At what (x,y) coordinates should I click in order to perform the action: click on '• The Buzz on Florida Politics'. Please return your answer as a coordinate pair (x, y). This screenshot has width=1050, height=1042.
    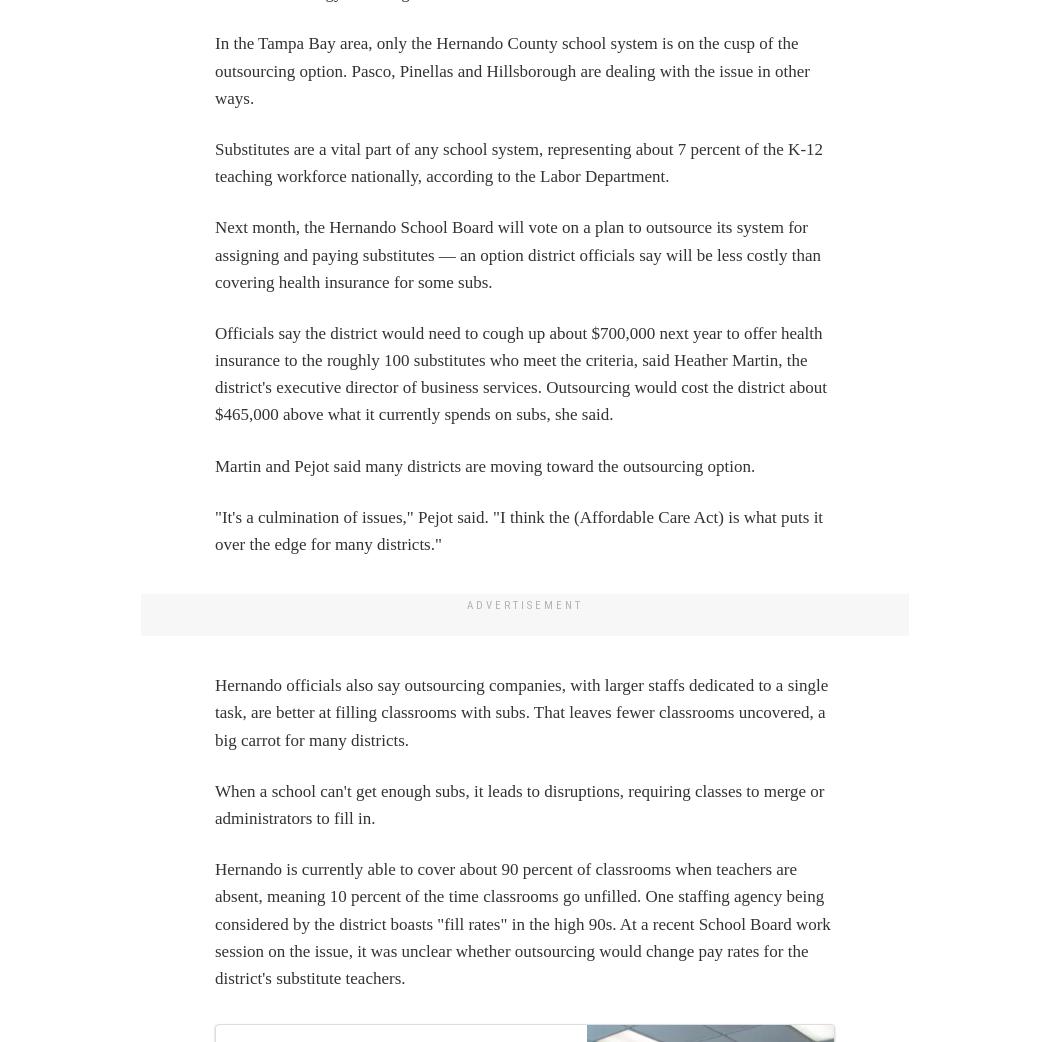
    Looking at the image, I should click on (100, 218).